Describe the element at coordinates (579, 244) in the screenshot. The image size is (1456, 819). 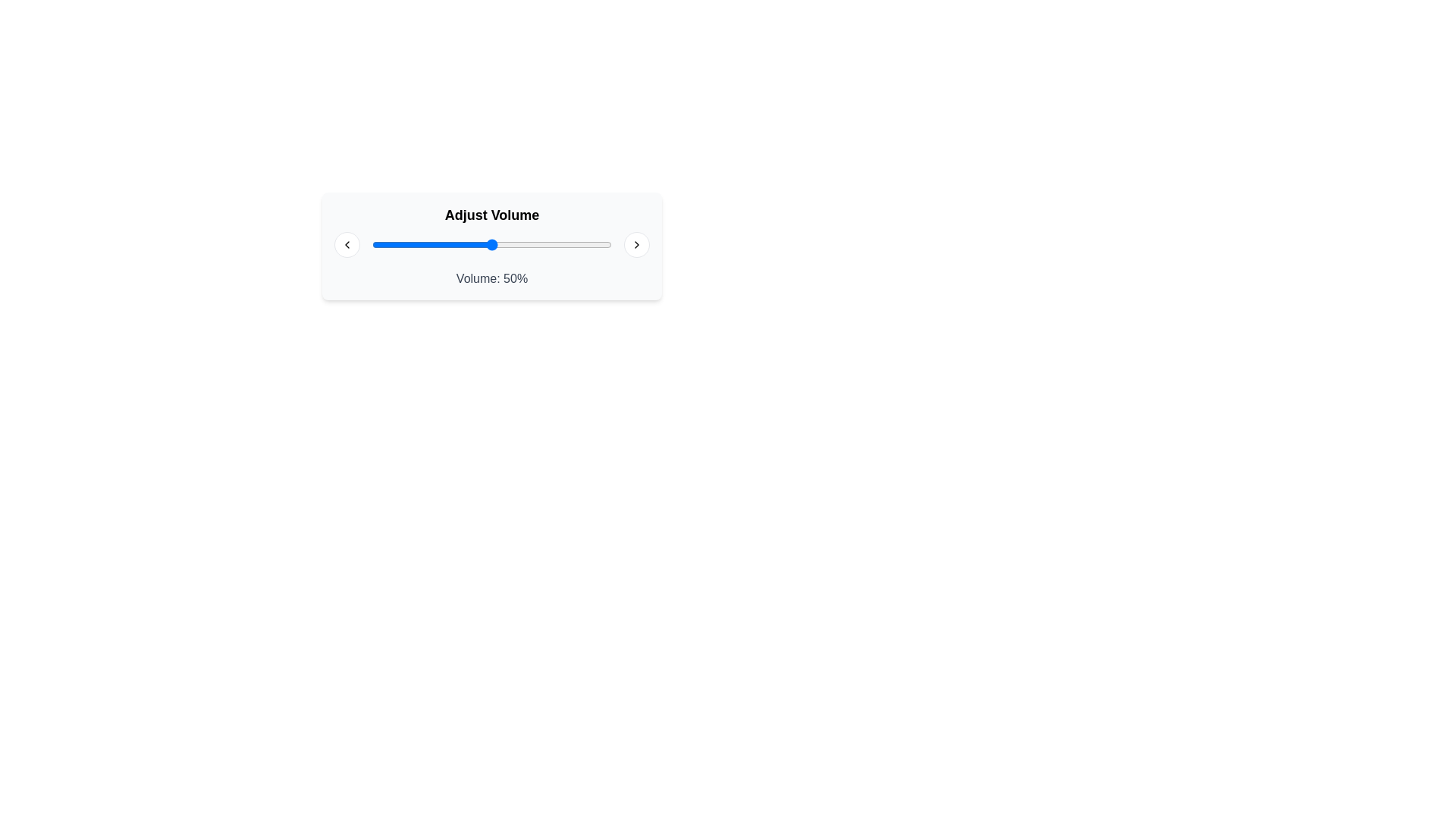
I see `the slider` at that location.